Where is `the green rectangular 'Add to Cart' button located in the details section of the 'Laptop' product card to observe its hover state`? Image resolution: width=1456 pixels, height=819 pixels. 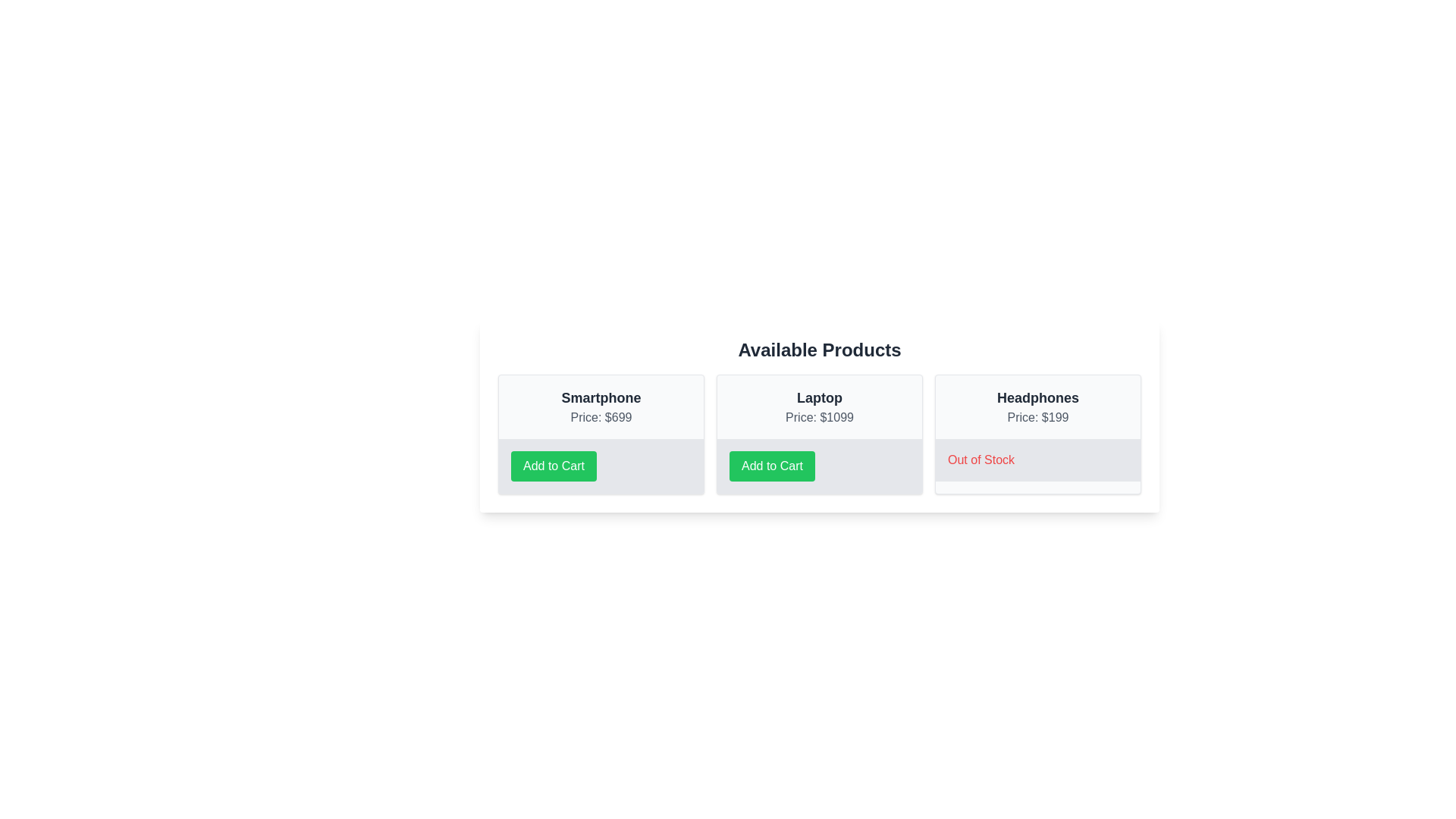 the green rectangular 'Add to Cart' button located in the details section of the 'Laptop' product card to observe its hover state is located at coordinates (818, 465).